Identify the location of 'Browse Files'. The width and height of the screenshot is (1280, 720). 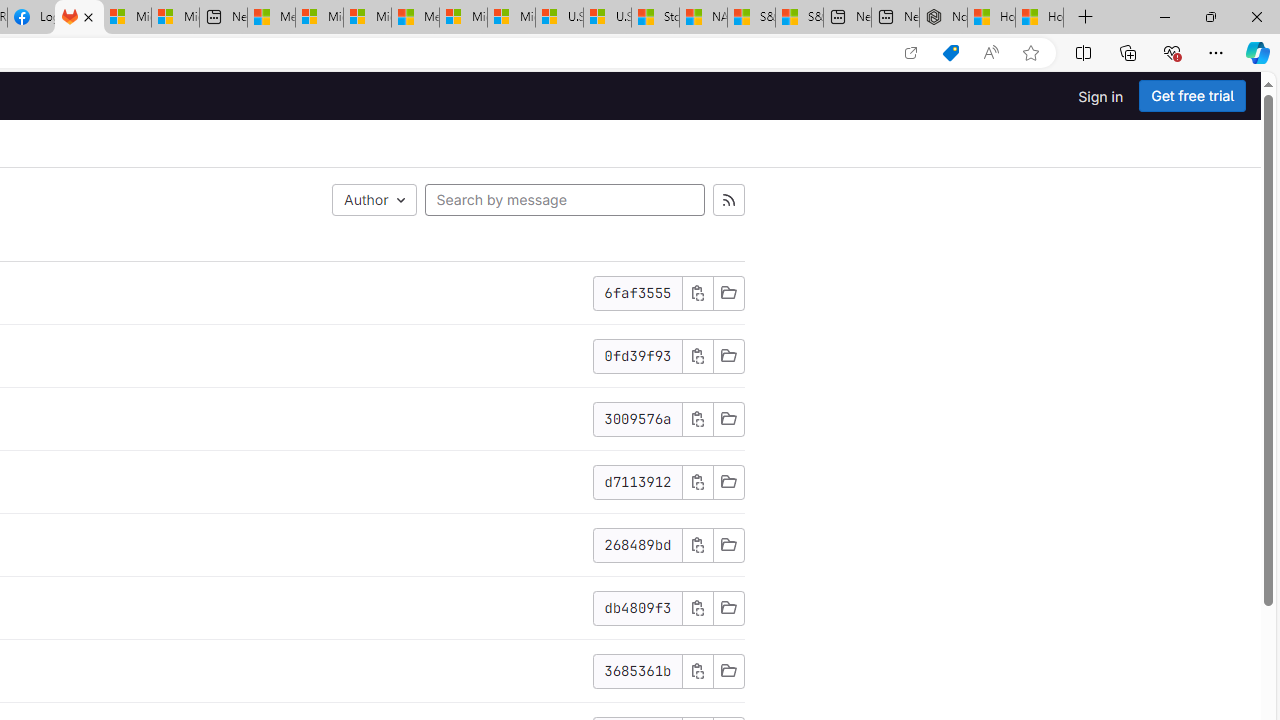
(727, 671).